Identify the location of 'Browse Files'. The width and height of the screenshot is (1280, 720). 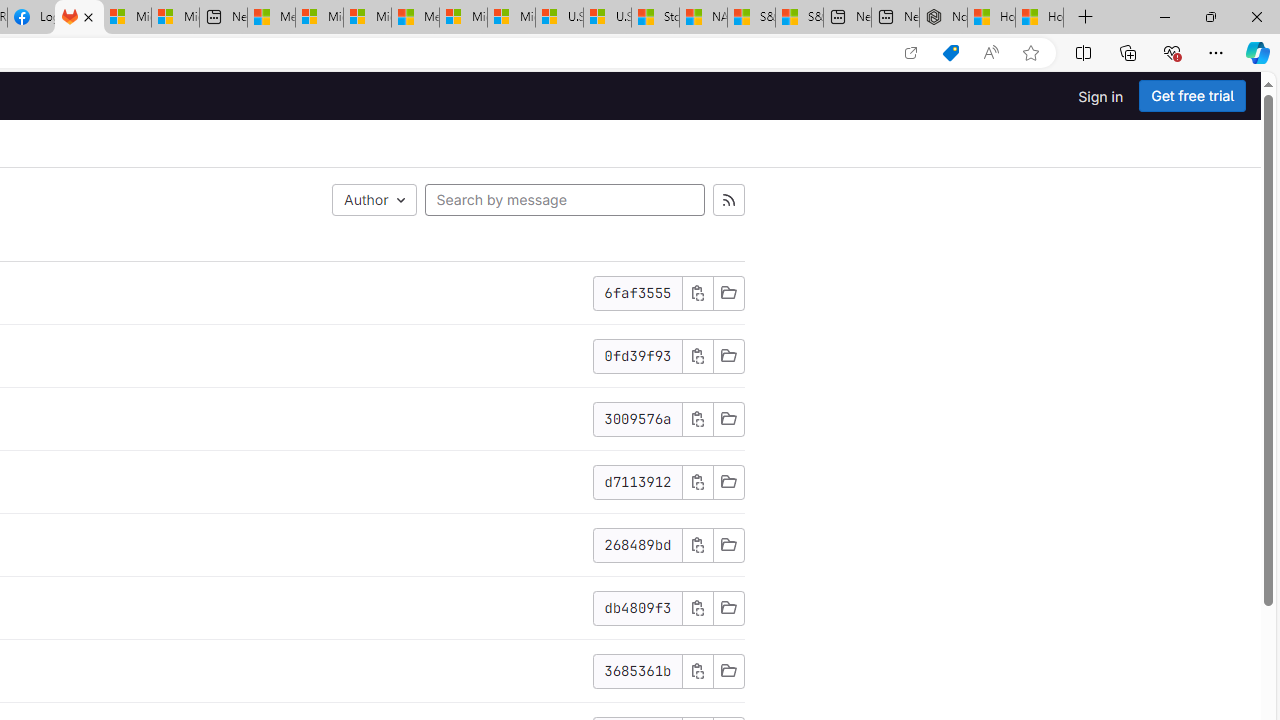
(727, 671).